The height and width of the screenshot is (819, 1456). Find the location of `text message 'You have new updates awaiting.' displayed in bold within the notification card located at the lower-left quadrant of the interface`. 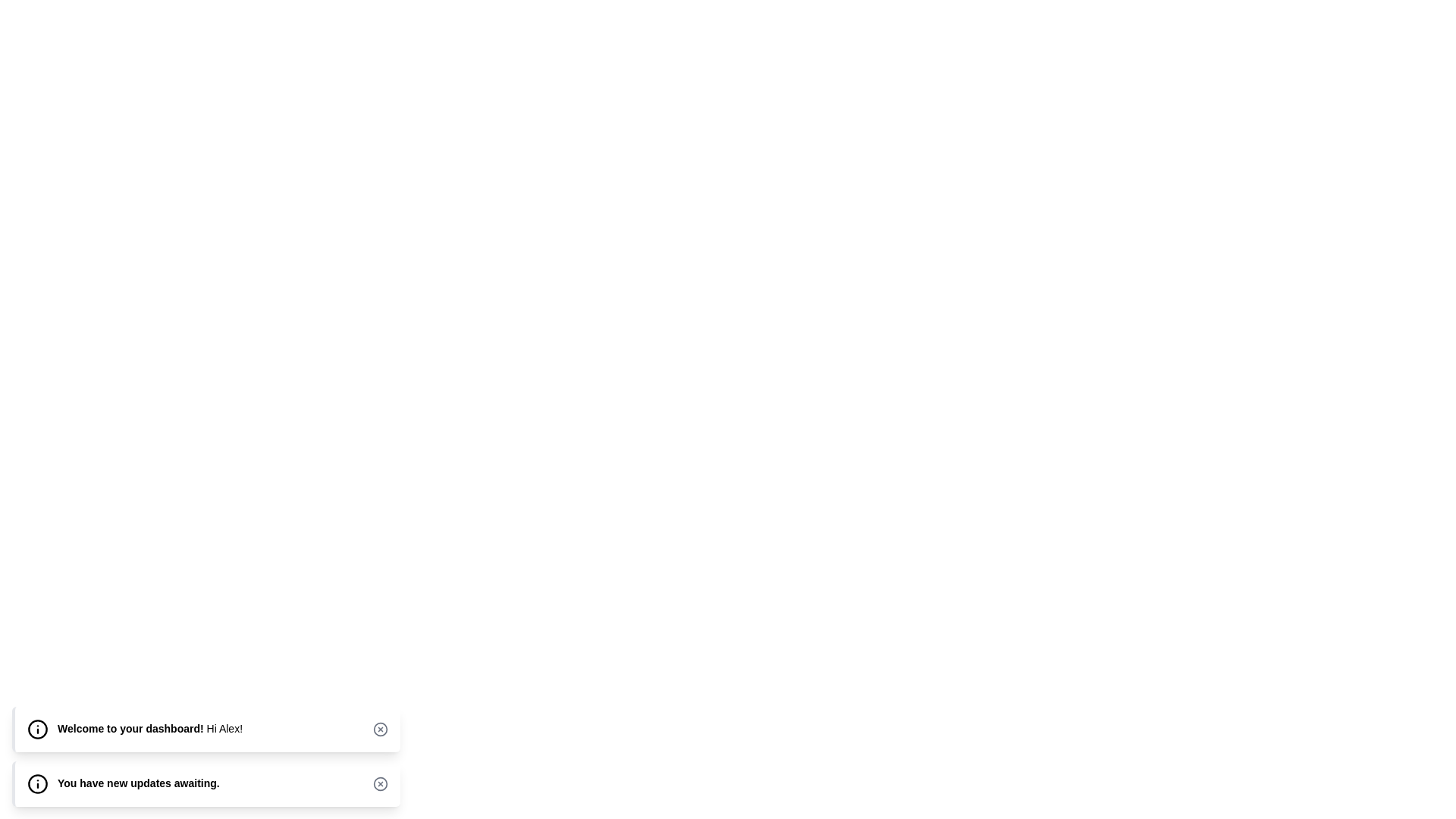

text message 'You have new updates awaiting.' displayed in bold within the notification card located at the lower-left quadrant of the interface is located at coordinates (138, 783).